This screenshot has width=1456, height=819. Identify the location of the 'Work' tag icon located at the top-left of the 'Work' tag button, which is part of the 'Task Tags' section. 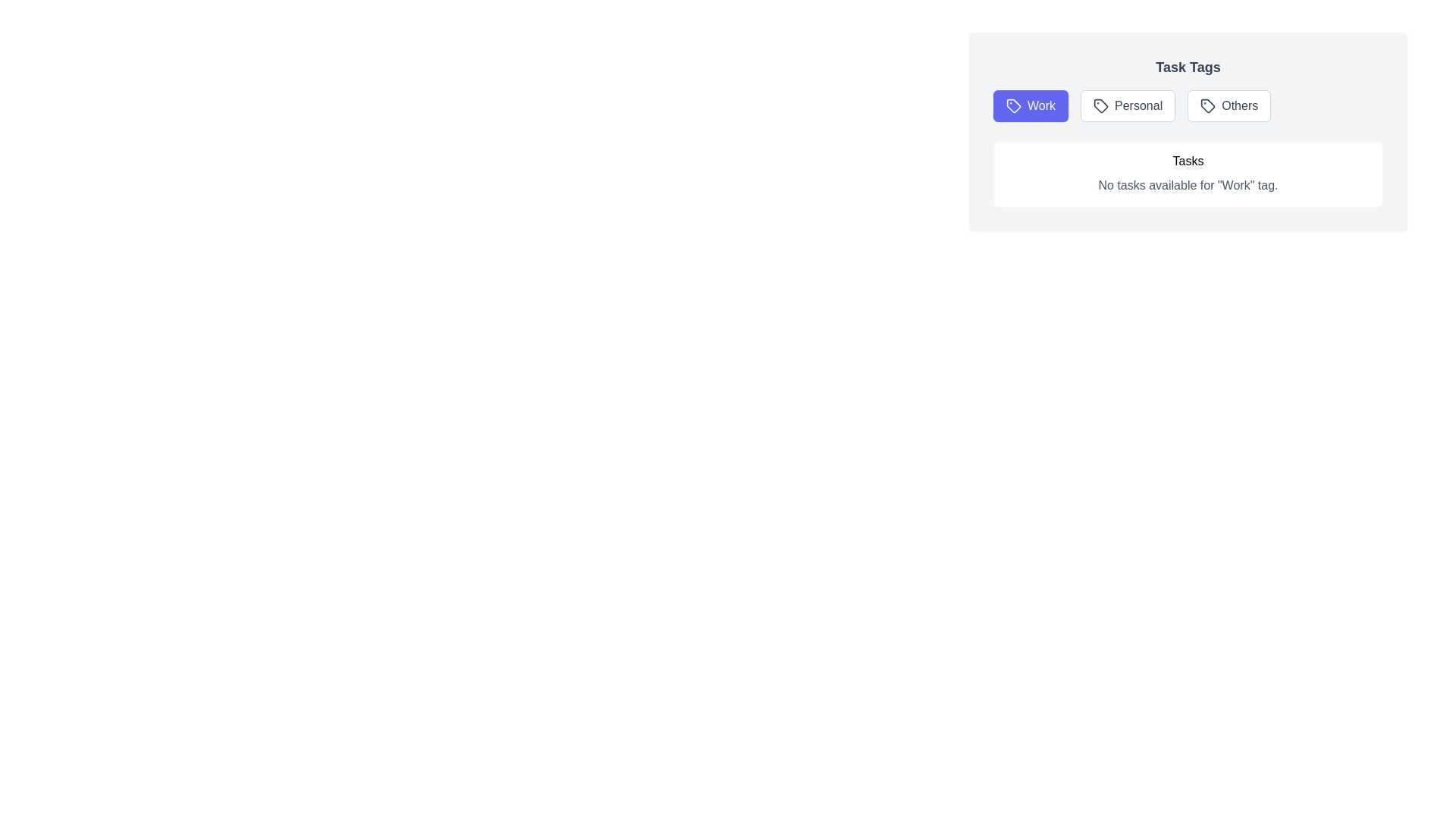
(1014, 105).